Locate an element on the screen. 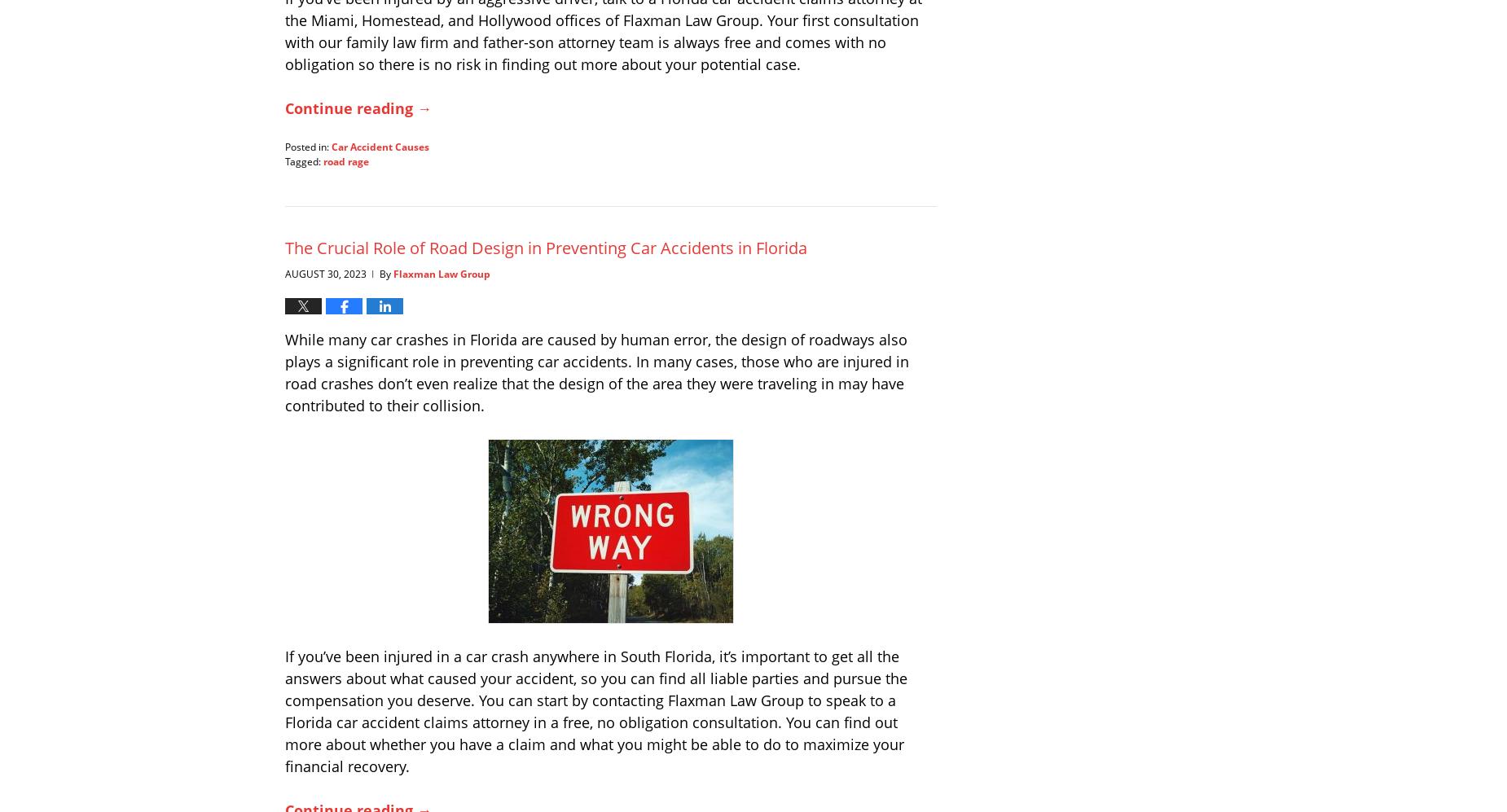  'By' is located at coordinates (386, 272).